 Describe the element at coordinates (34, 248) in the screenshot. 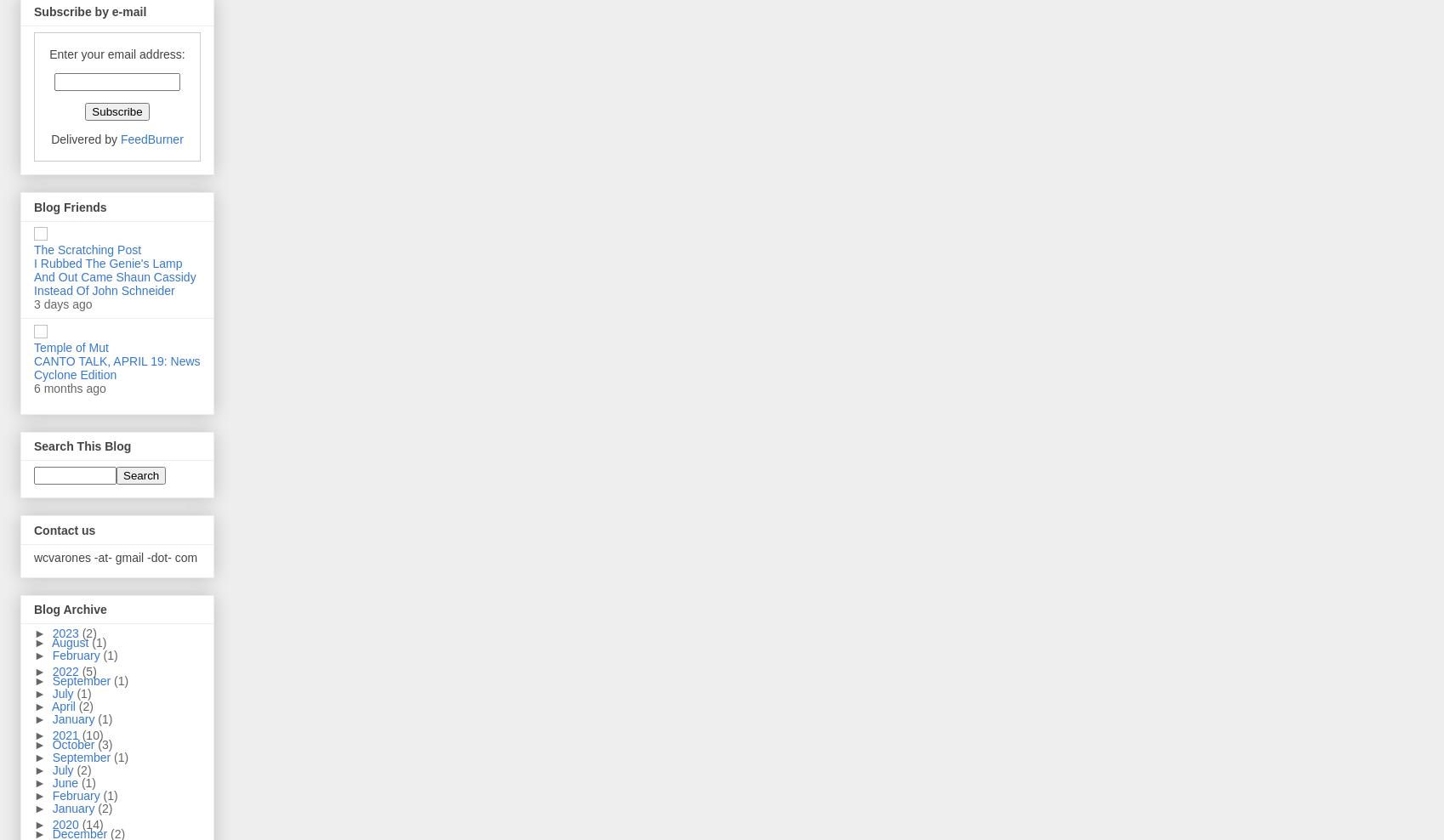

I see `'The Scratching Post'` at that location.